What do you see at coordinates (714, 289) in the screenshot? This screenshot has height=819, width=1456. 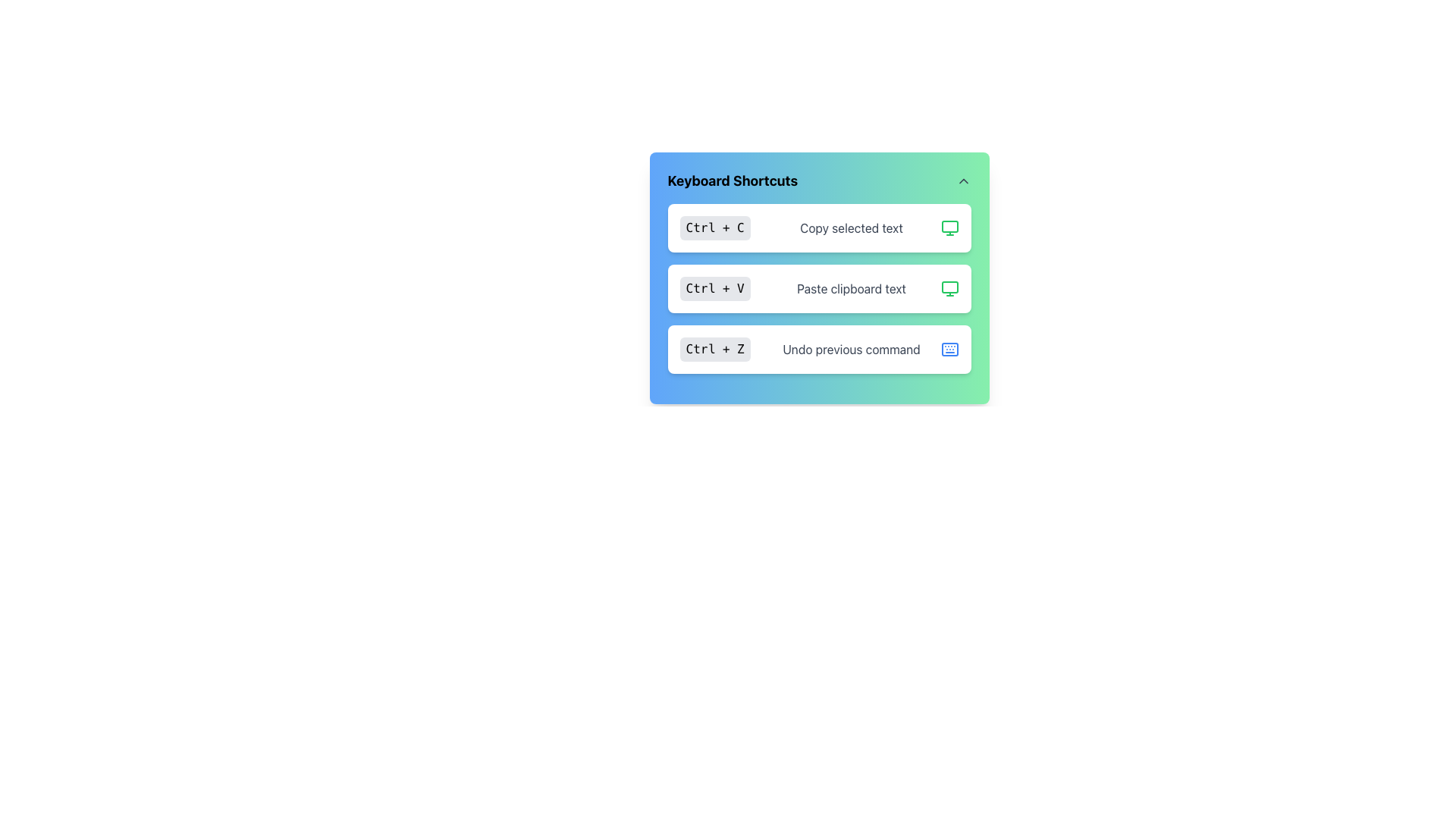 I see `the badge labeled 'Ctrl + V', which has a light gray background and bold black text, positioned in the second row of the keyboard shortcut list` at bounding box center [714, 289].